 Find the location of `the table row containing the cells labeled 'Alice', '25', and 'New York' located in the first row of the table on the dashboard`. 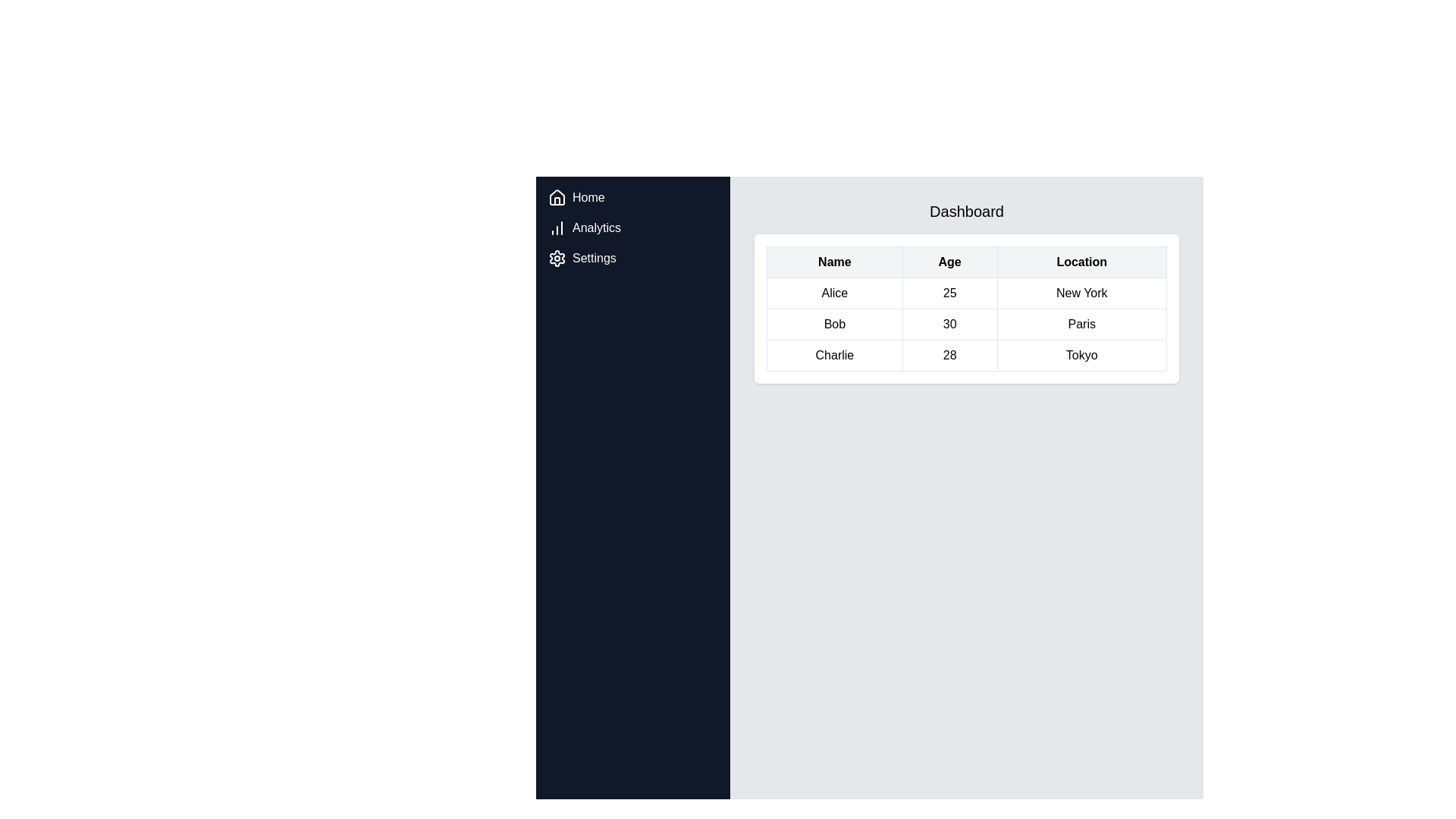

the table row containing the cells labeled 'Alice', '25', and 'New York' located in the first row of the table on the dashboard is located at coordinates (966, 293).